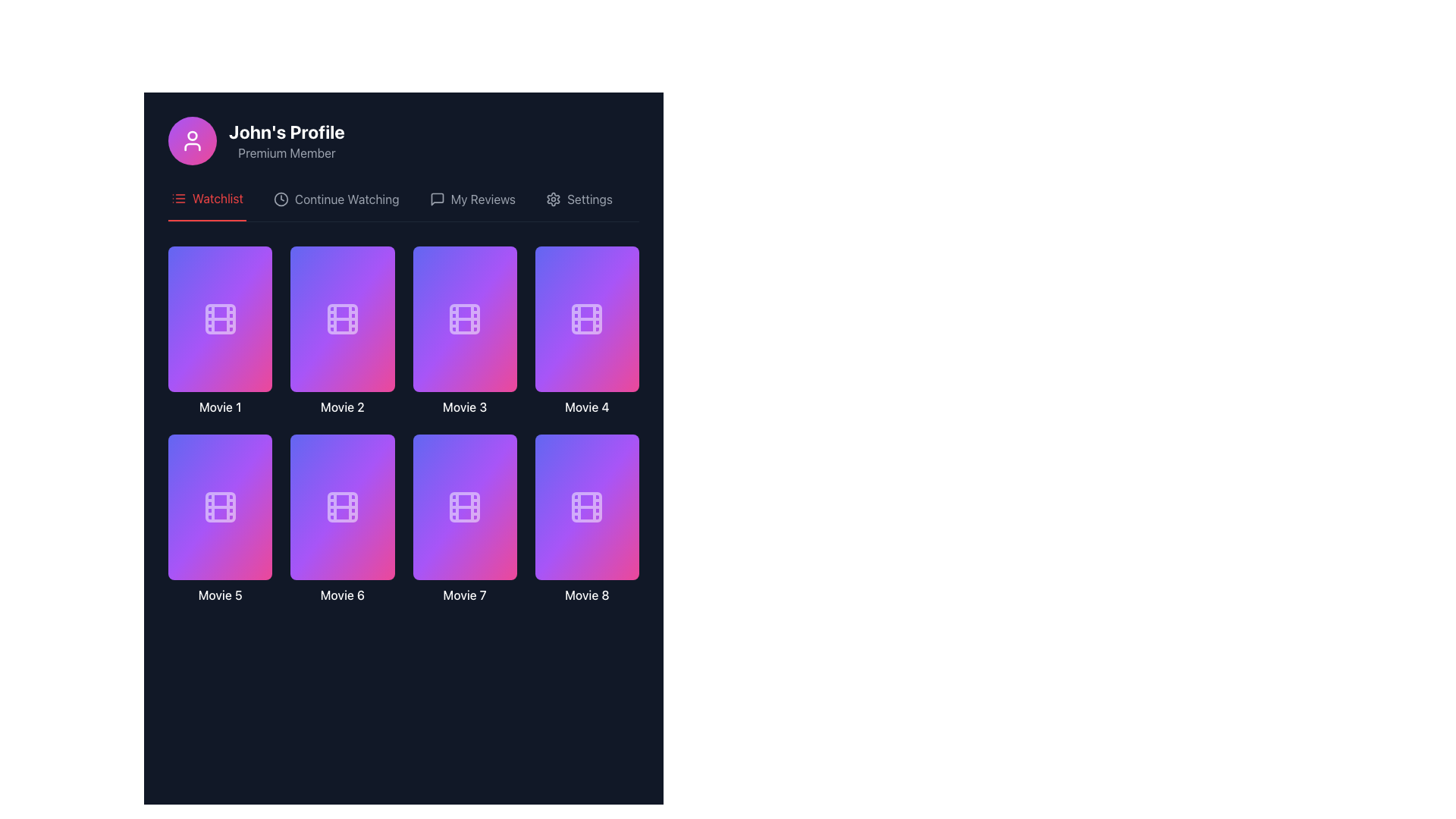  Describe the element at coordinates (341, 519) in the screenshot. I see `the rounded button with a red background and a white play icon, associated with the item labeled 'Movie 6', located in the second row, second column of the grid to trigger hover effects` at that location.